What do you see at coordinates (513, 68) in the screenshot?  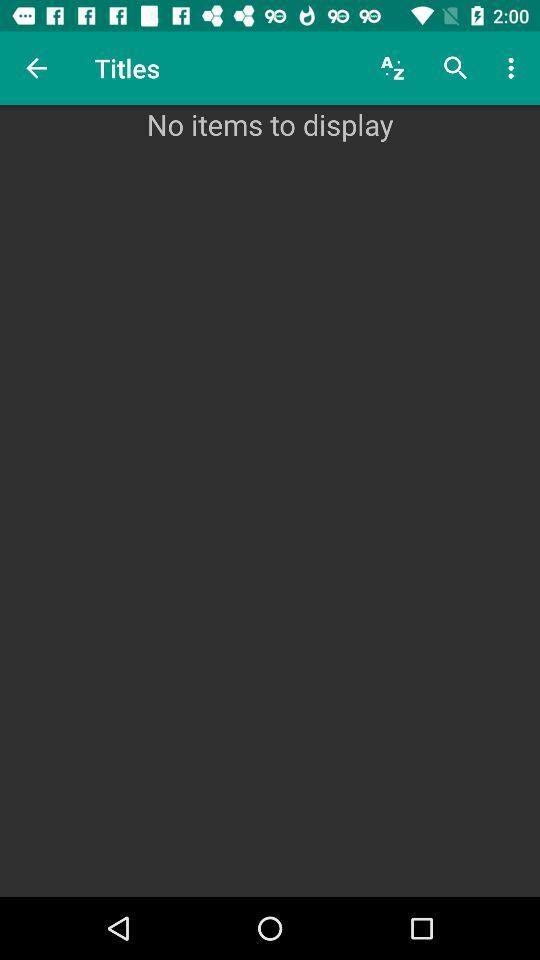 I see `the item above no items to item` at bounding box center [513, 68].